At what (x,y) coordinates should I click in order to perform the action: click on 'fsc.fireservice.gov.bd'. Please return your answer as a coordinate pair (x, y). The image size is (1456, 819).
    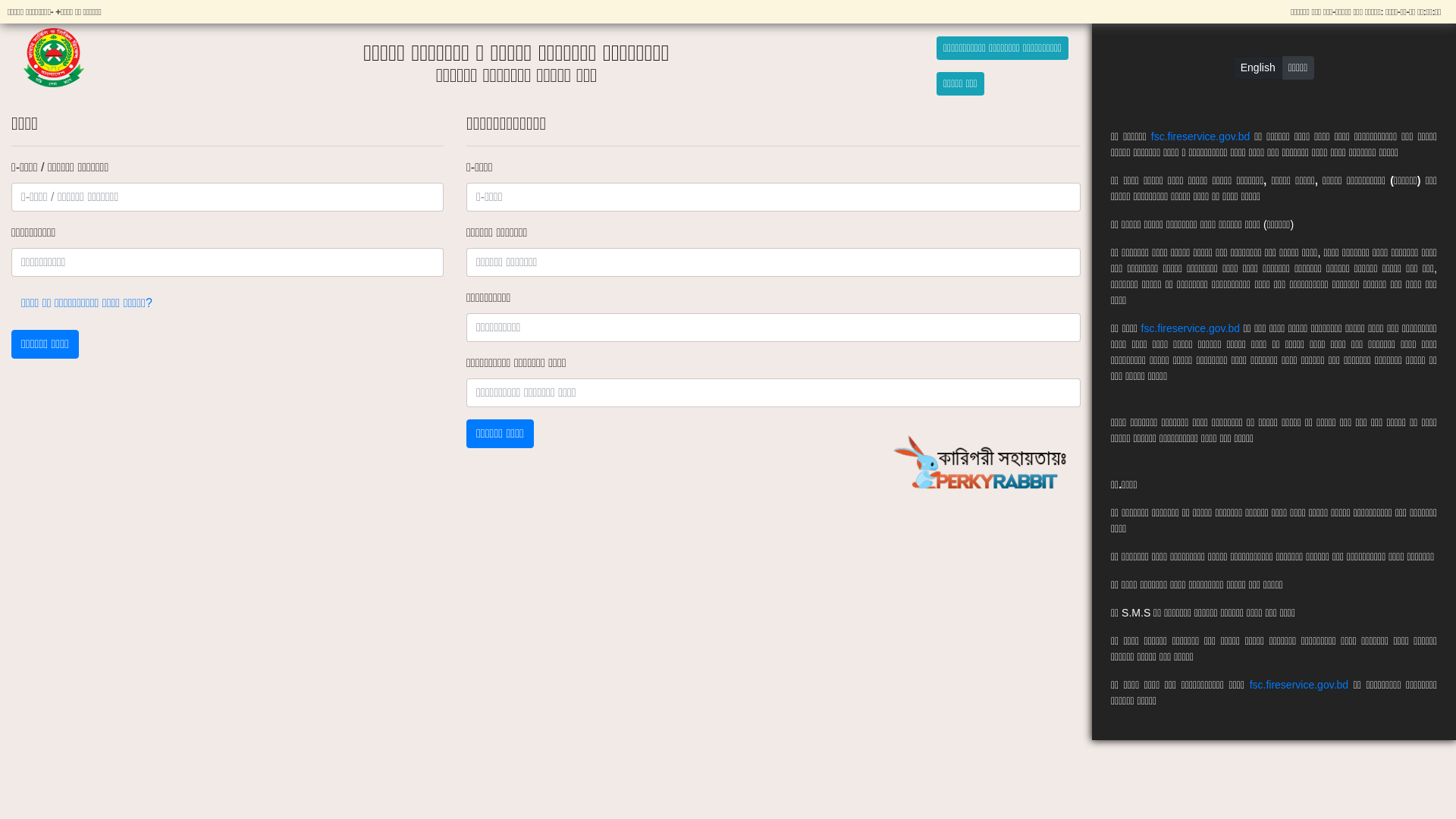
    Looking at the image, I should click on (1189, 327).